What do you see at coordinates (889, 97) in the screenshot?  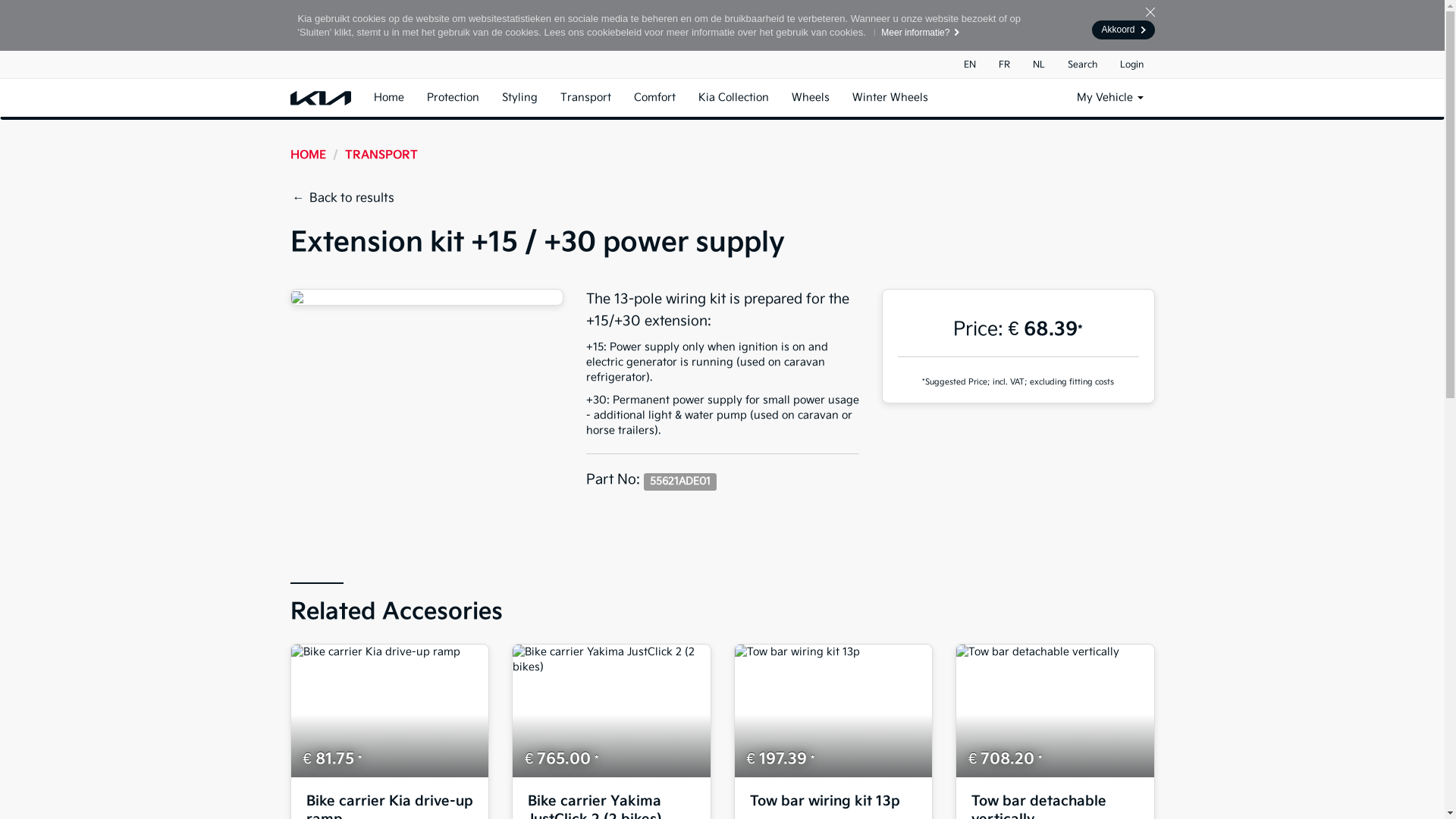 I see `'Winter Wheels'` at bounding box center [889, 97].